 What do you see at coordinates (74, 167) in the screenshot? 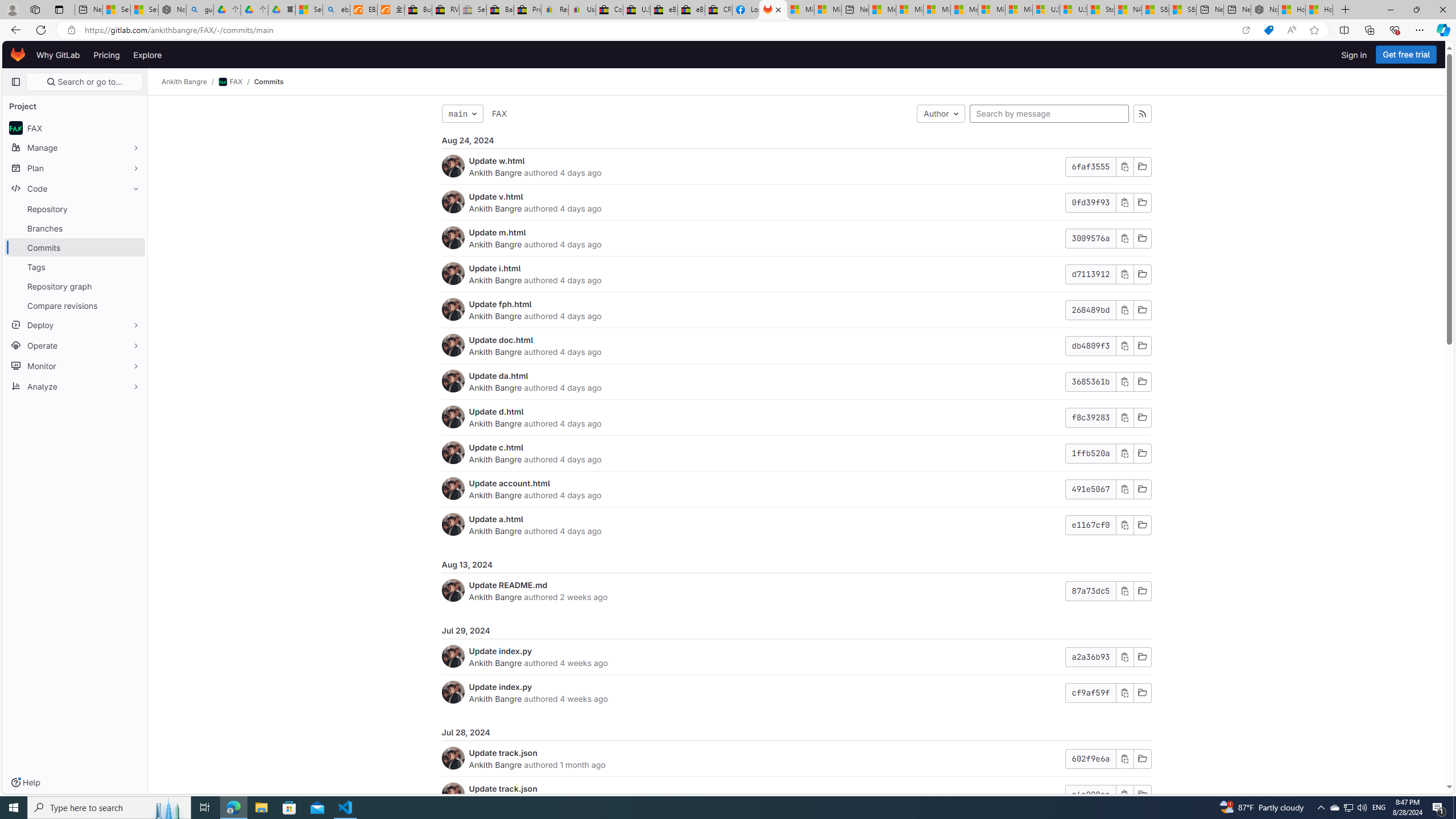
I see `'Plan'` at bounding box center [74, 167].